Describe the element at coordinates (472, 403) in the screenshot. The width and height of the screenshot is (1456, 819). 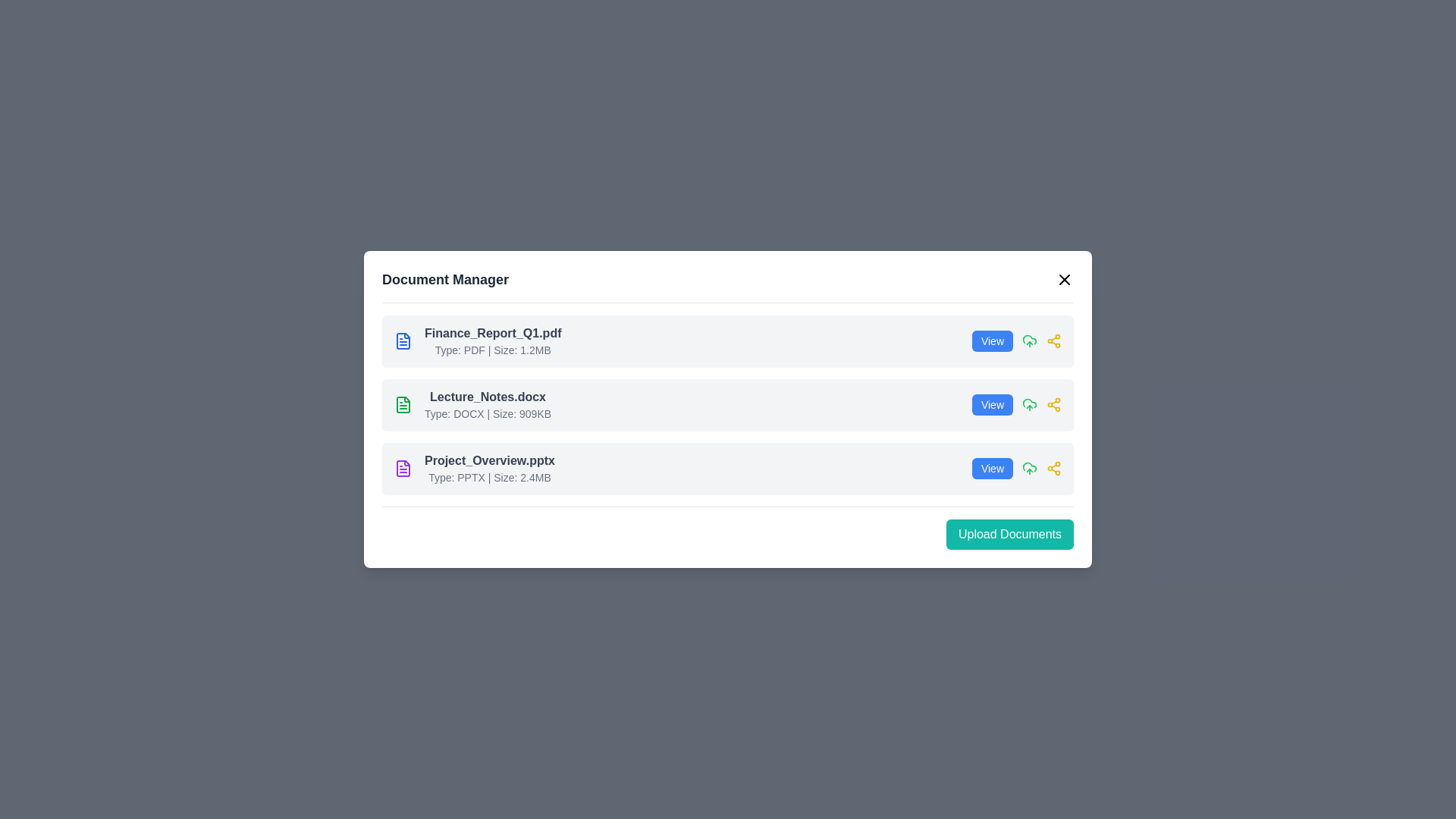
I see `the File item titled 'Lecture_Notes.docx' with a green document icon` at that location.